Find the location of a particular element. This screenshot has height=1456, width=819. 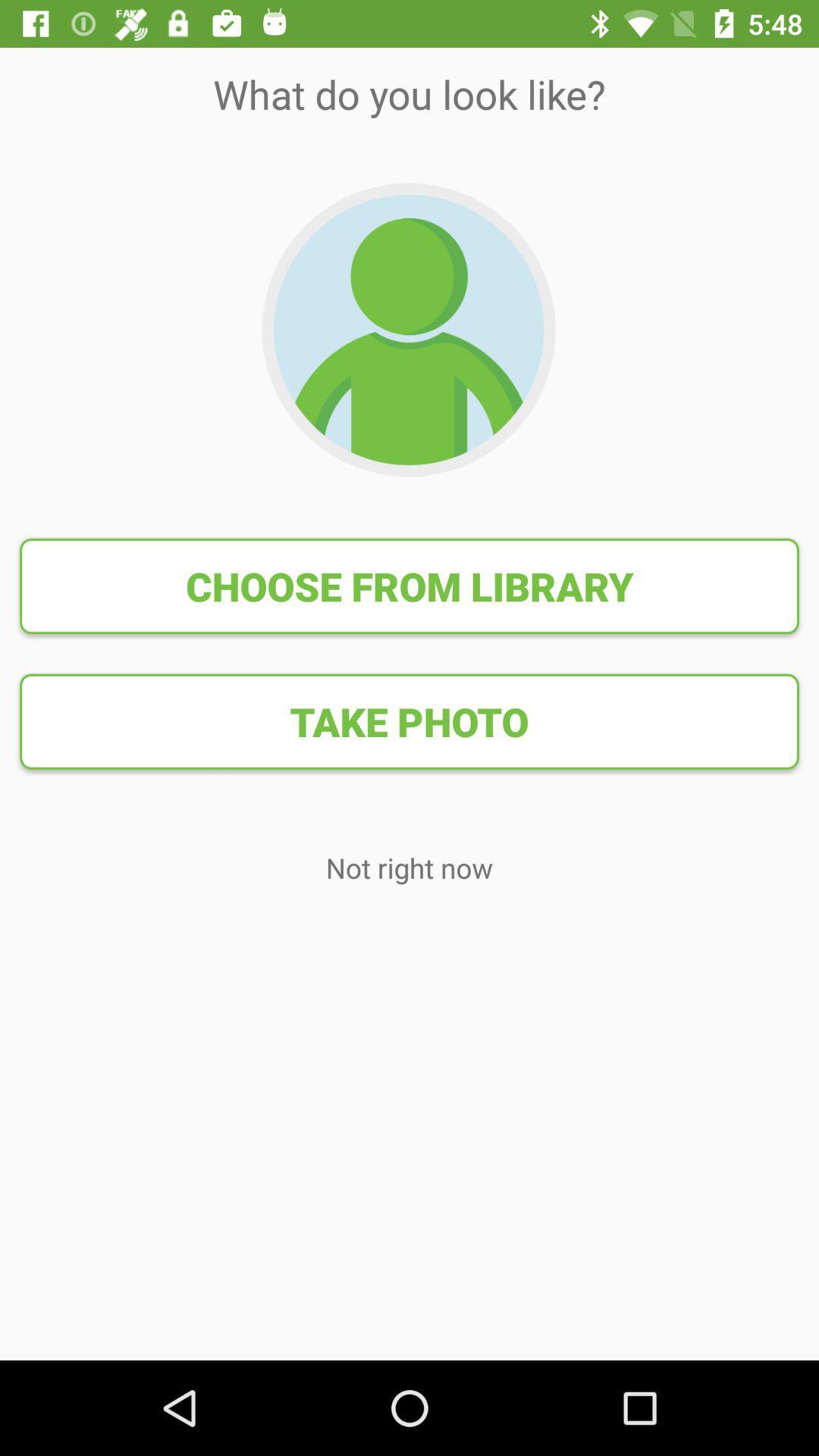

the not right now icon is located at coordinates (409, 868).